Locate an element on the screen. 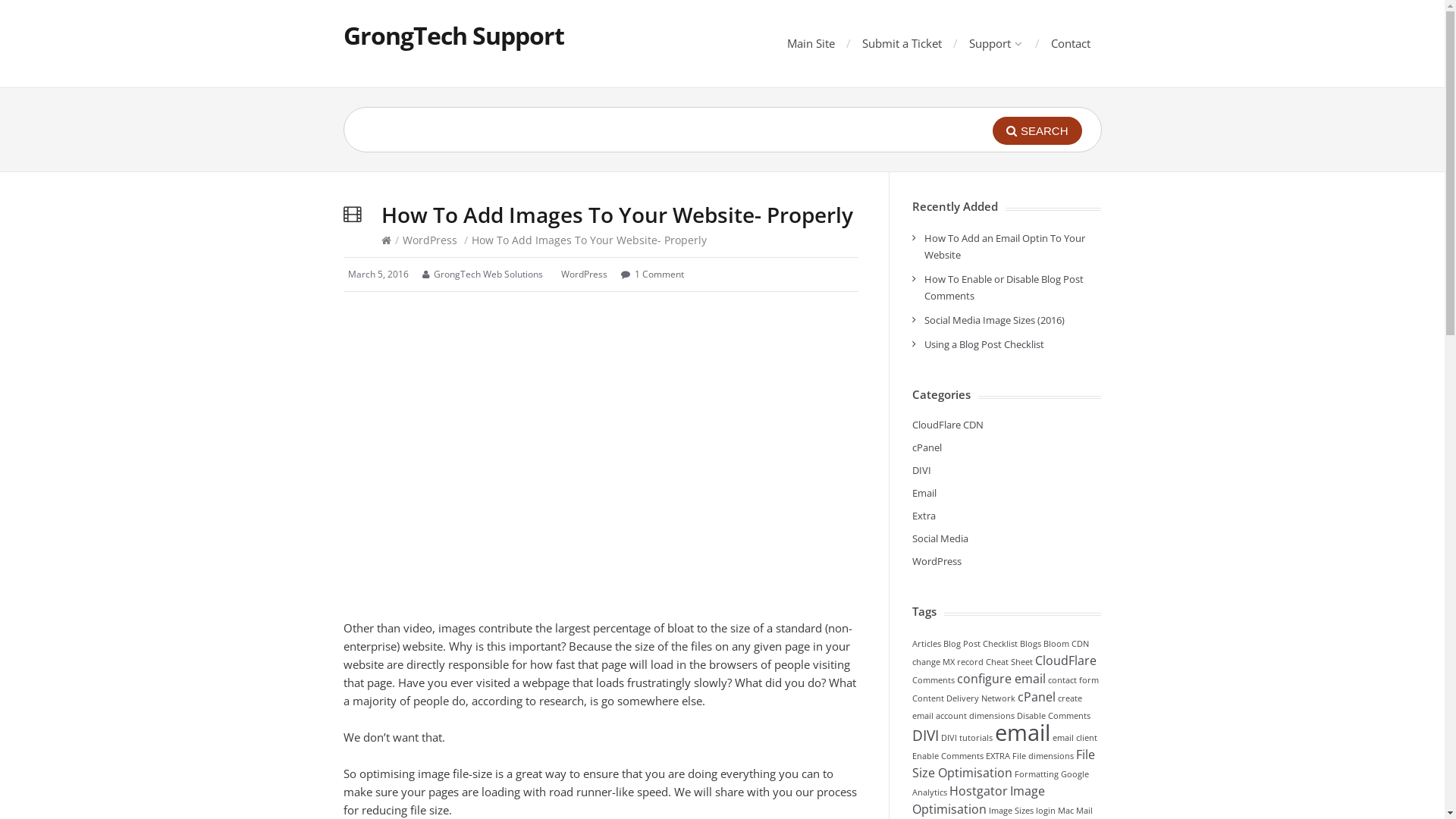 This screenshot has width=1456, height=819. 'contact form' is located at coordinates (1072, 679).